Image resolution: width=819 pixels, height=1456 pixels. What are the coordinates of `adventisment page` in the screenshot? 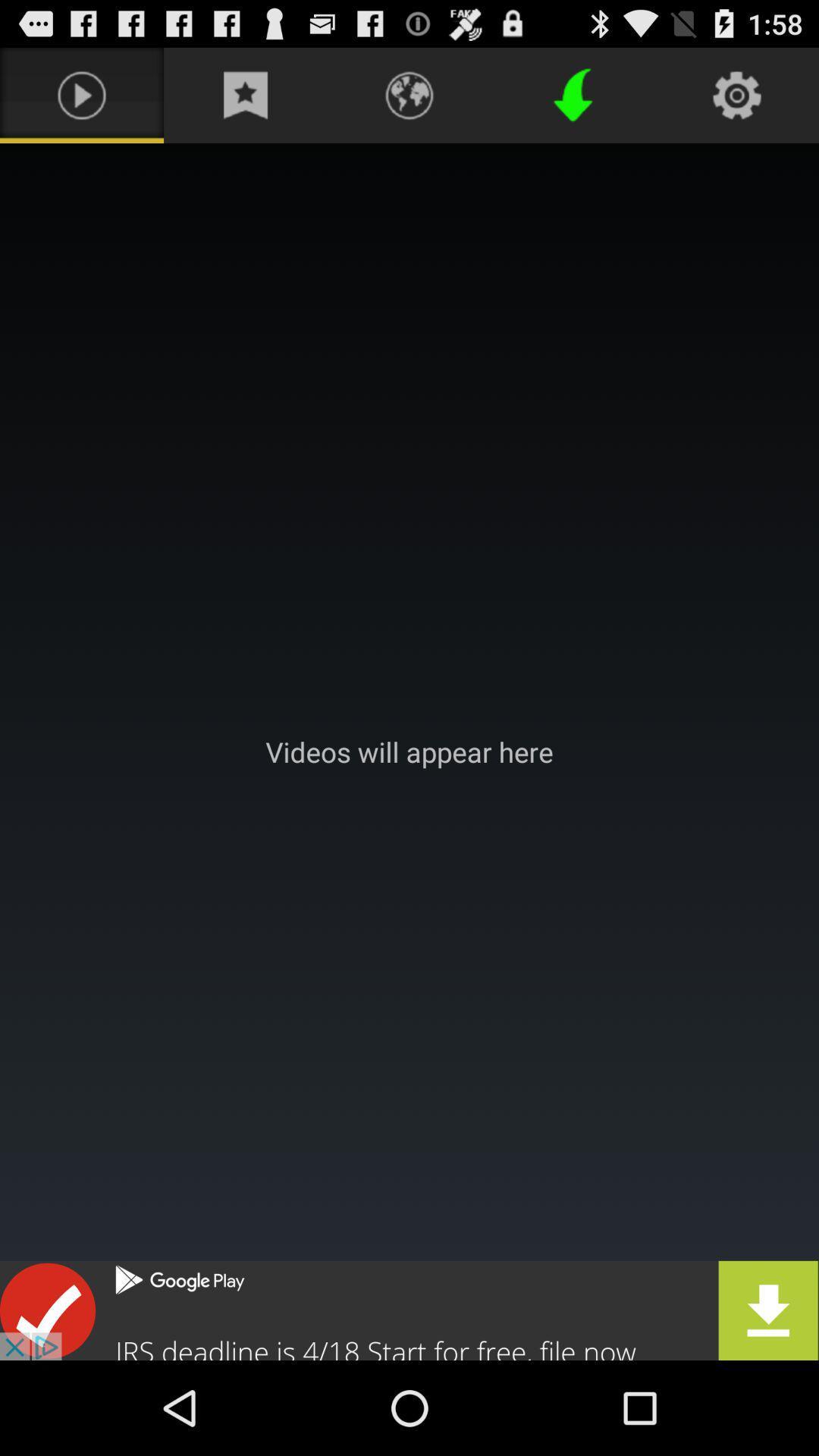 It's located at (409, 752).